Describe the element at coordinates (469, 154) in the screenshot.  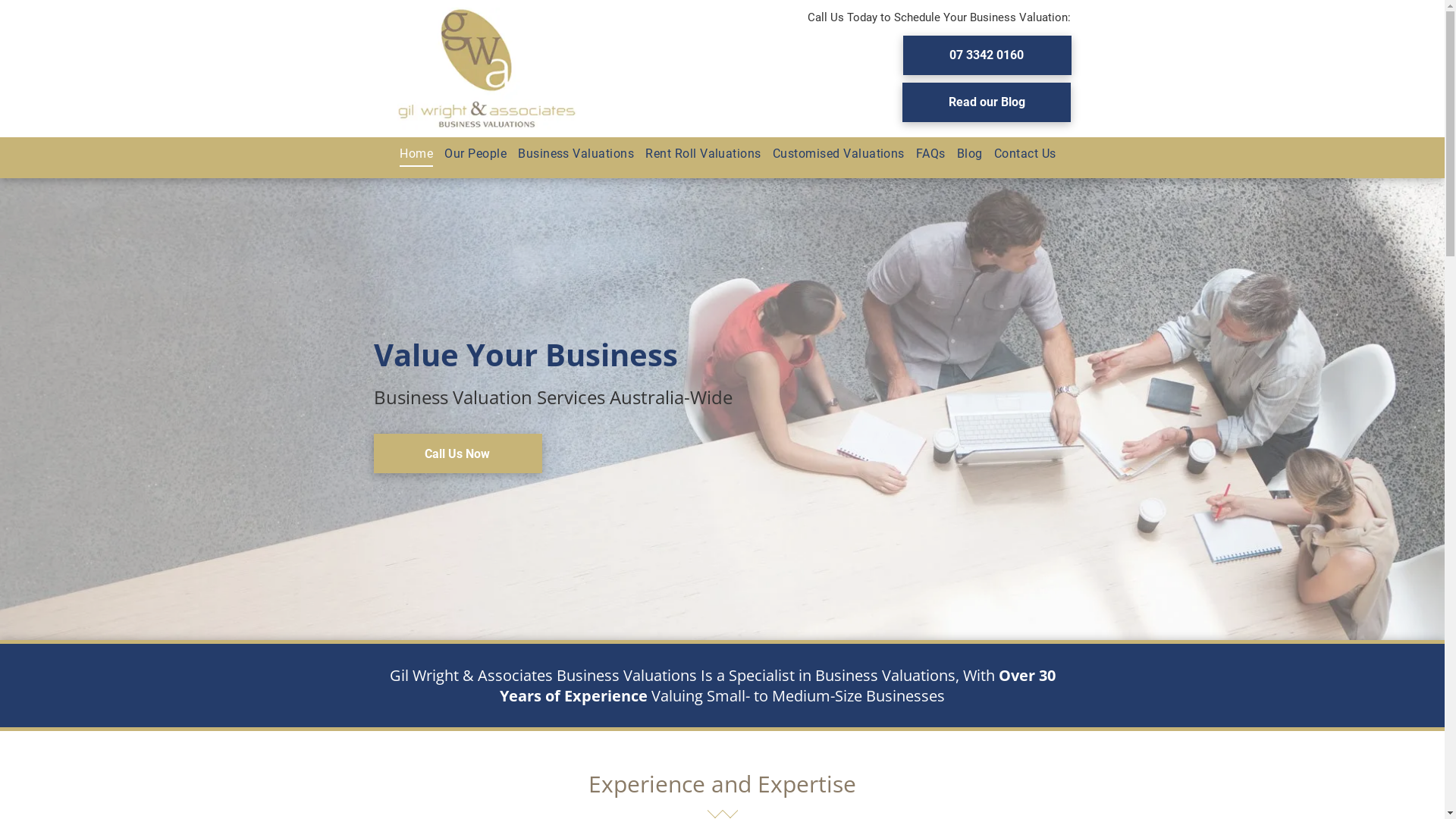
I see `'Our People'` at that location.